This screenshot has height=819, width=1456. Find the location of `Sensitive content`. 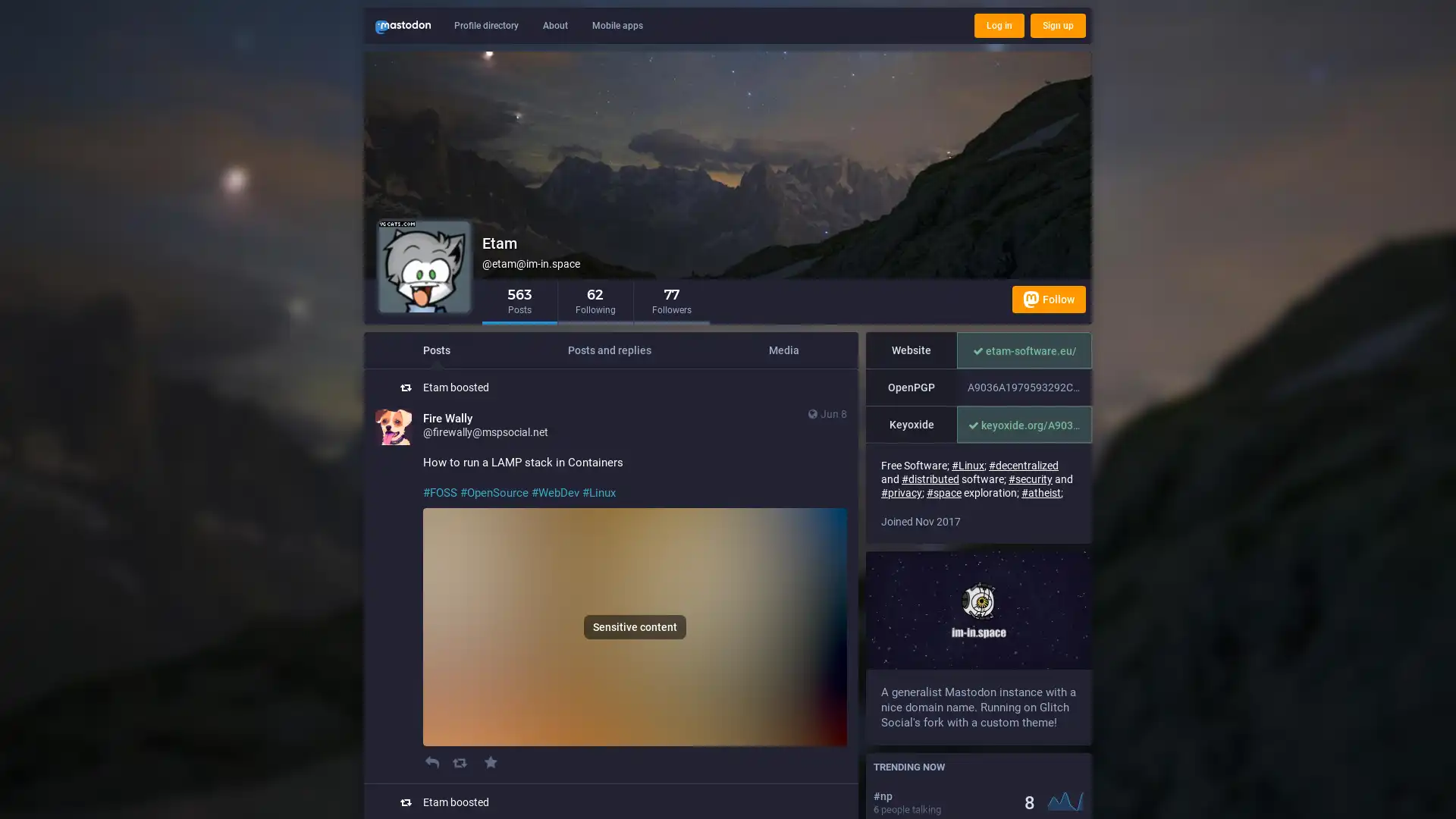

Sensitive content is located at coordinates (635, 626).